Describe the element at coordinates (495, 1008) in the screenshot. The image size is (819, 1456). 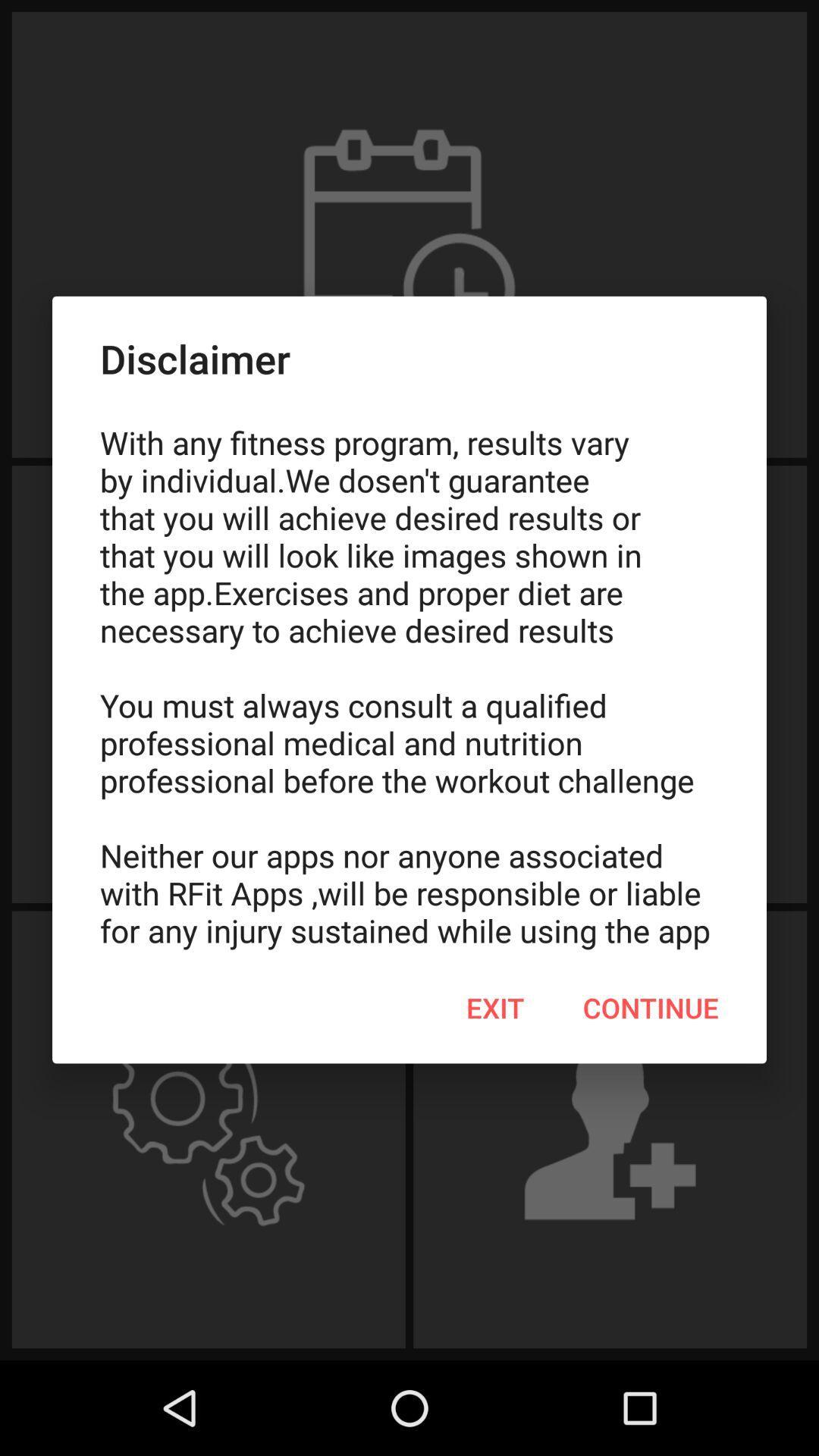
I see `item at the bottom` at that location.